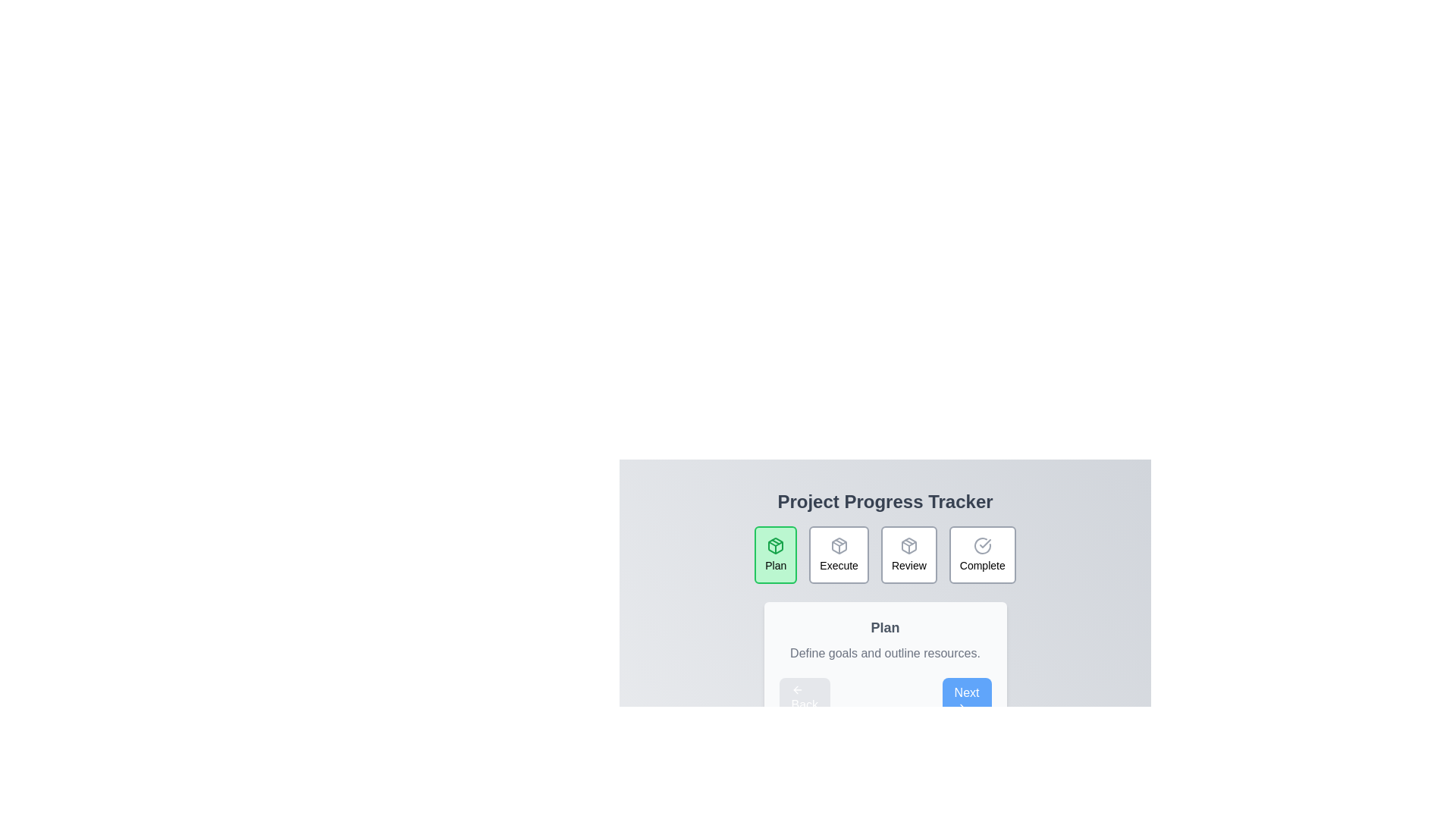 This screenshot has width=1456, height=819. What do you see at coordinates (908, 555) in the screenshot?
I see `the step labeled Review to select it` at bounding box center [908, 555].